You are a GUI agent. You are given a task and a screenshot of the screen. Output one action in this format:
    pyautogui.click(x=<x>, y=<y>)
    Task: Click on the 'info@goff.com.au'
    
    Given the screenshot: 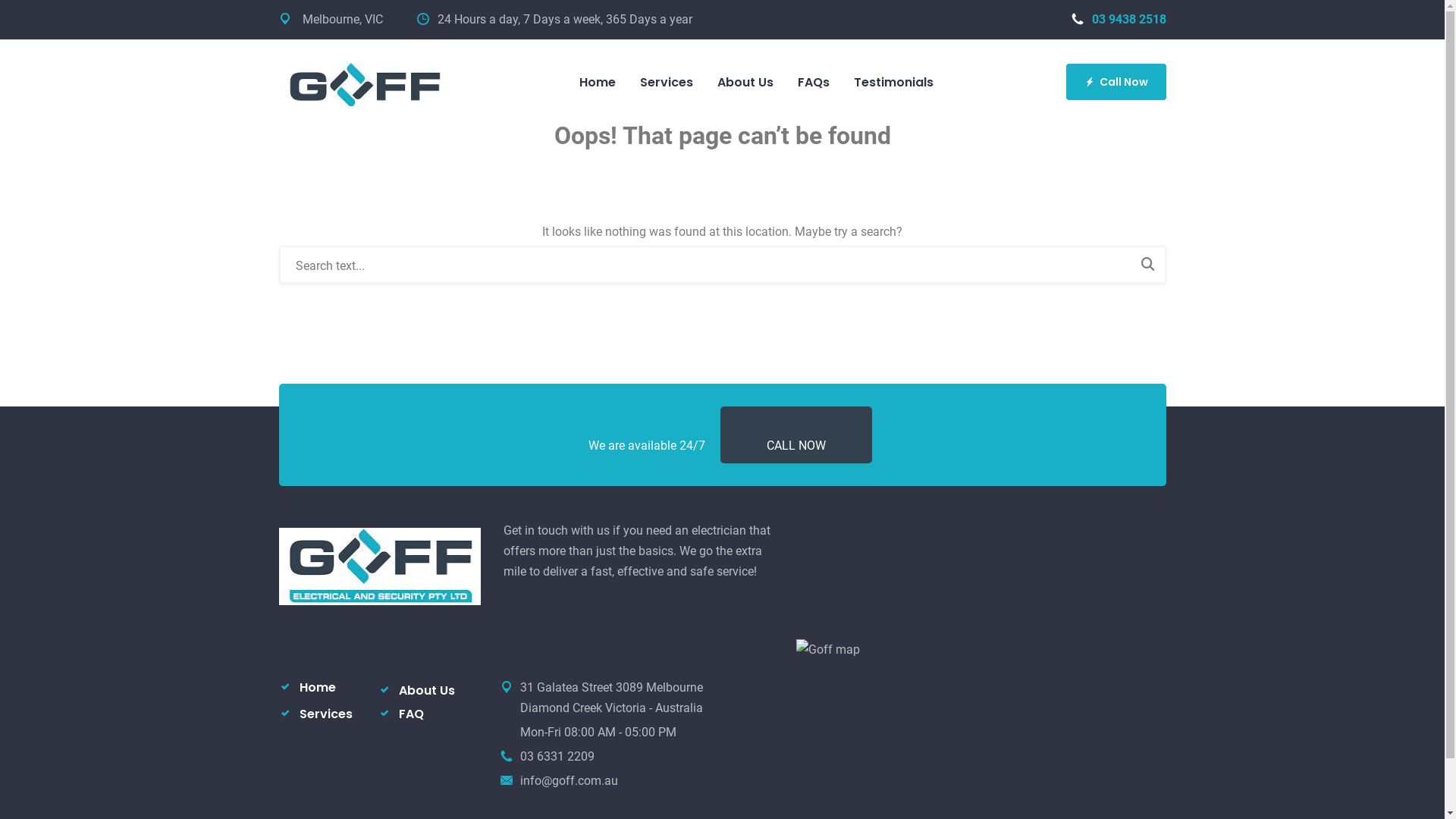 What is the action you would take?
    pyautogui.click(x=568, y=780)
    